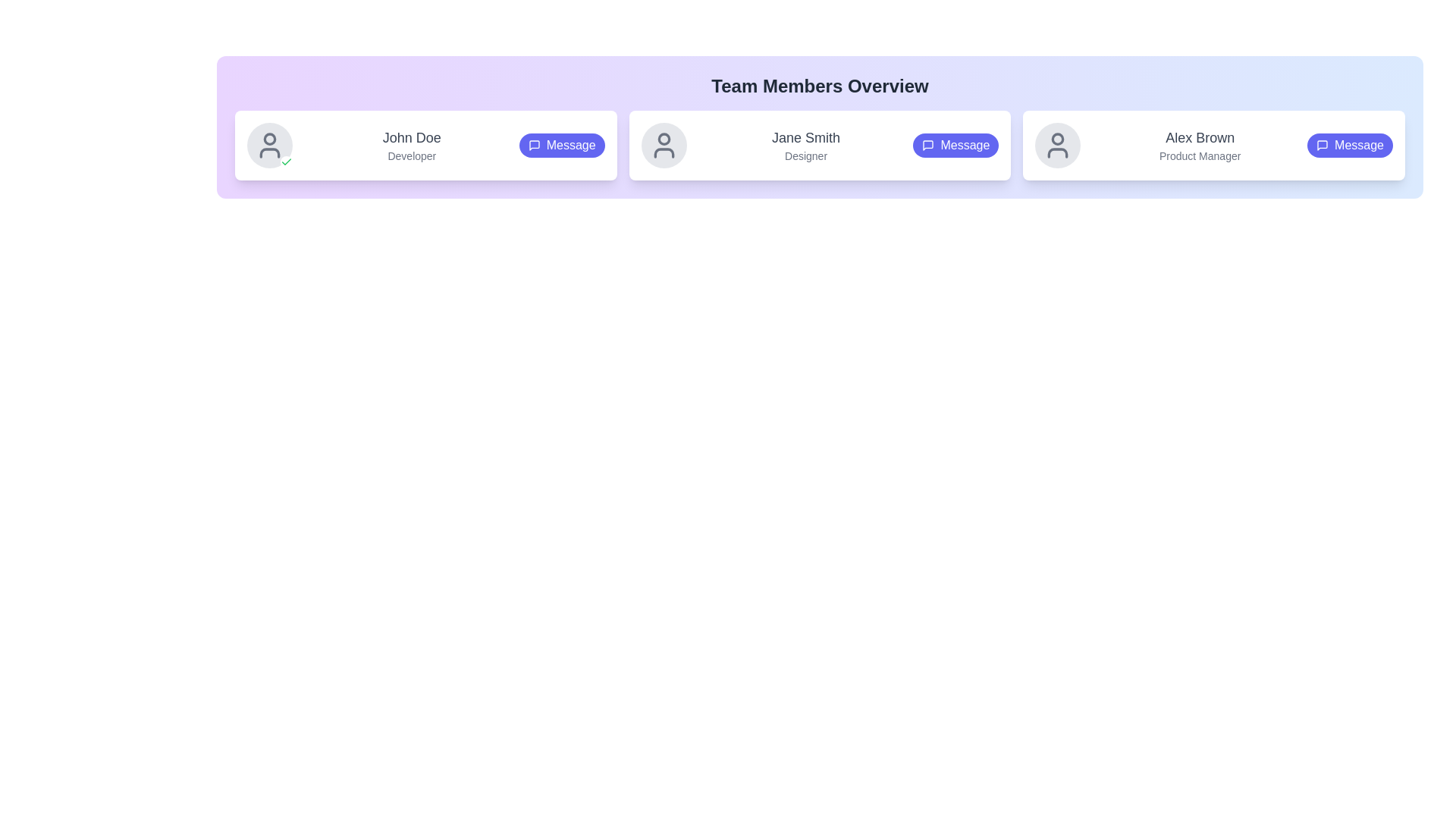  I want to click on the 'Message' button with a rounded rectangular shape and an indigo background, so click(1350, 146).